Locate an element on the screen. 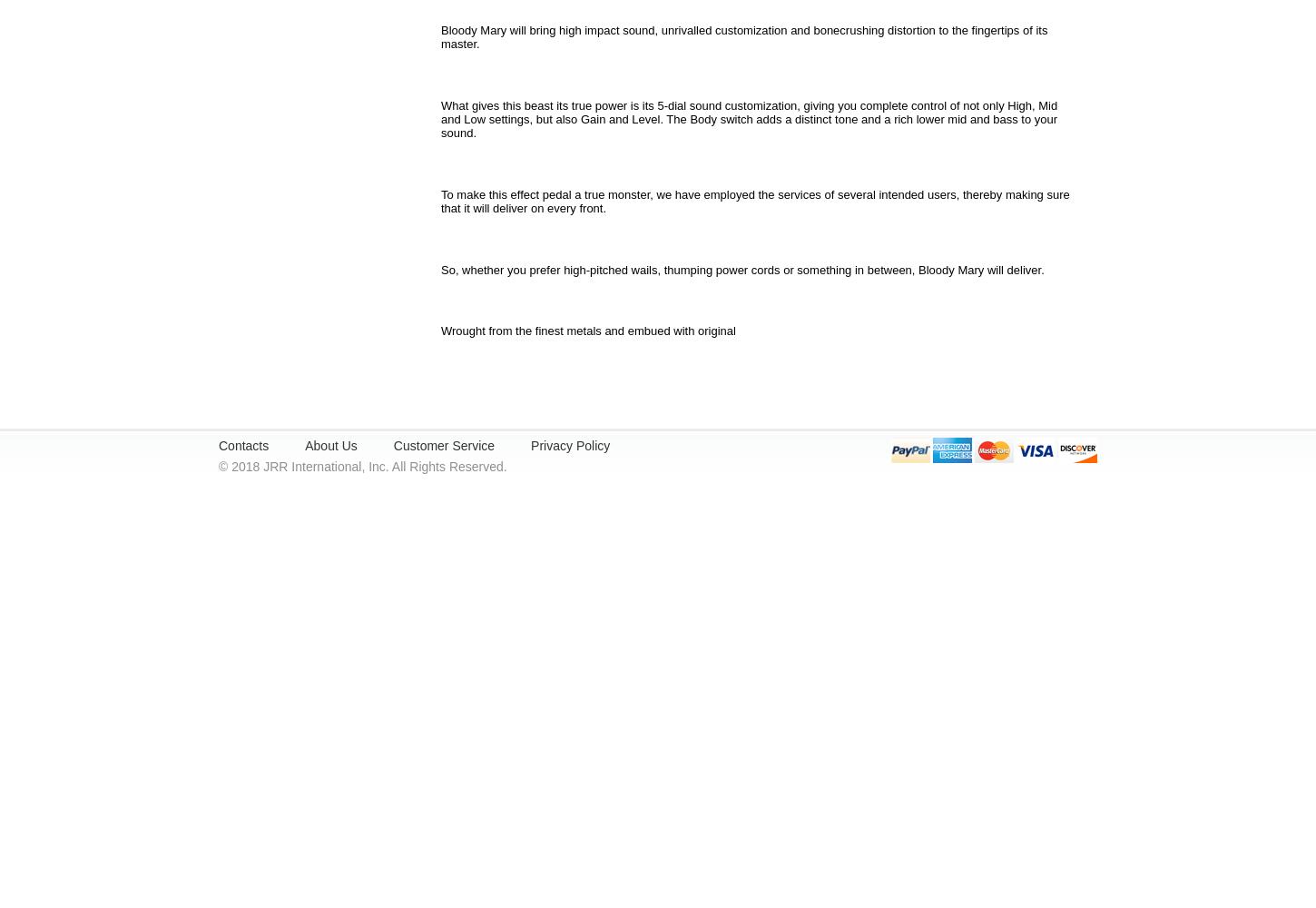 The height and width of the screenshot is (908, 1316). 'Bloody Mary will bring high impact sound, unrivalled customization and bonecrushing distortion to the fingertips of its master.' is located at coordinates (441, 37).